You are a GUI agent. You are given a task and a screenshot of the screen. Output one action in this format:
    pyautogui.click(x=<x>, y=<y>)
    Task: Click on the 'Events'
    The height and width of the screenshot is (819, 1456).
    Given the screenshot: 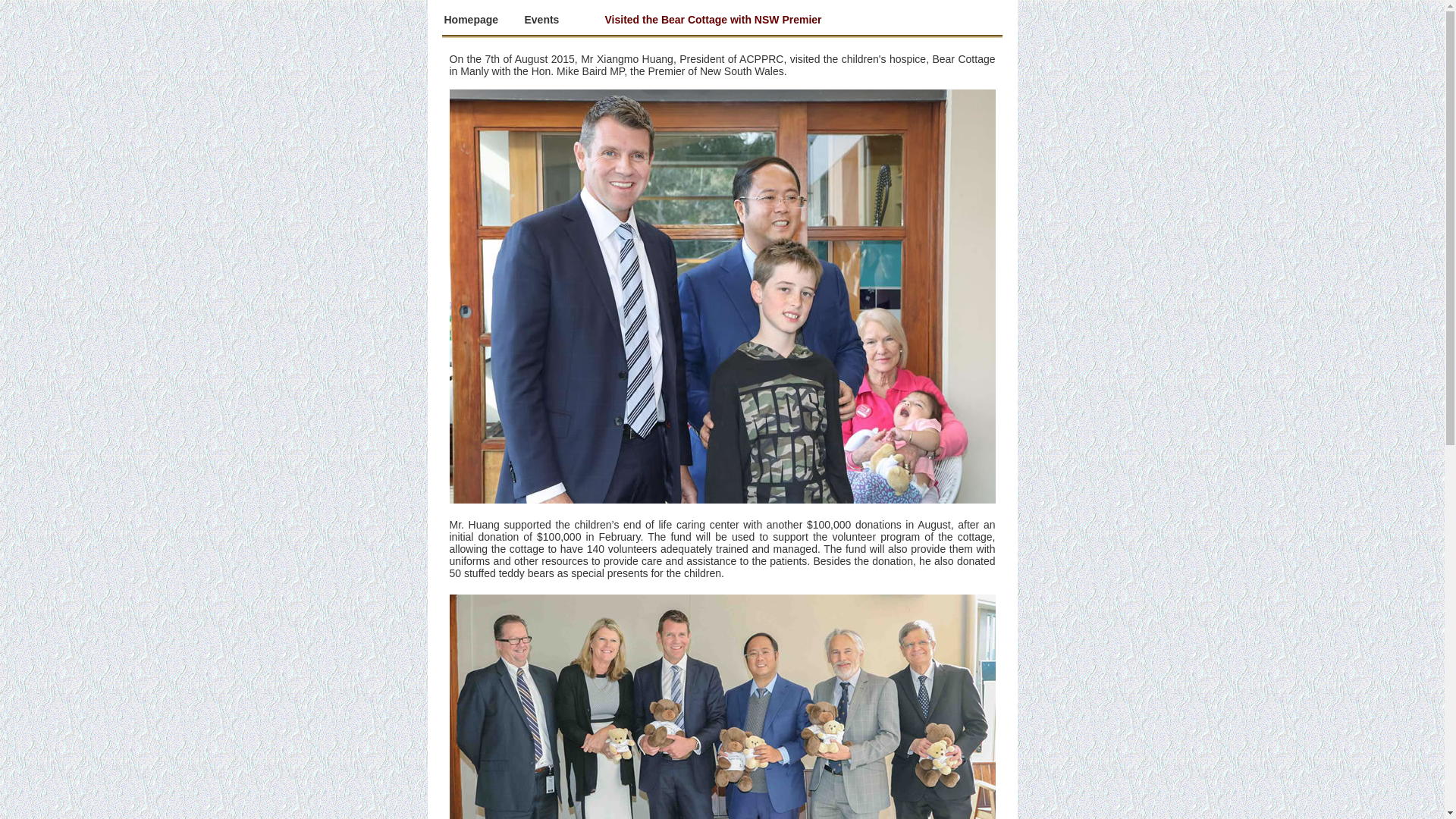 What is the action you would take?
    pyautogui.click(x=524, y=20)
    